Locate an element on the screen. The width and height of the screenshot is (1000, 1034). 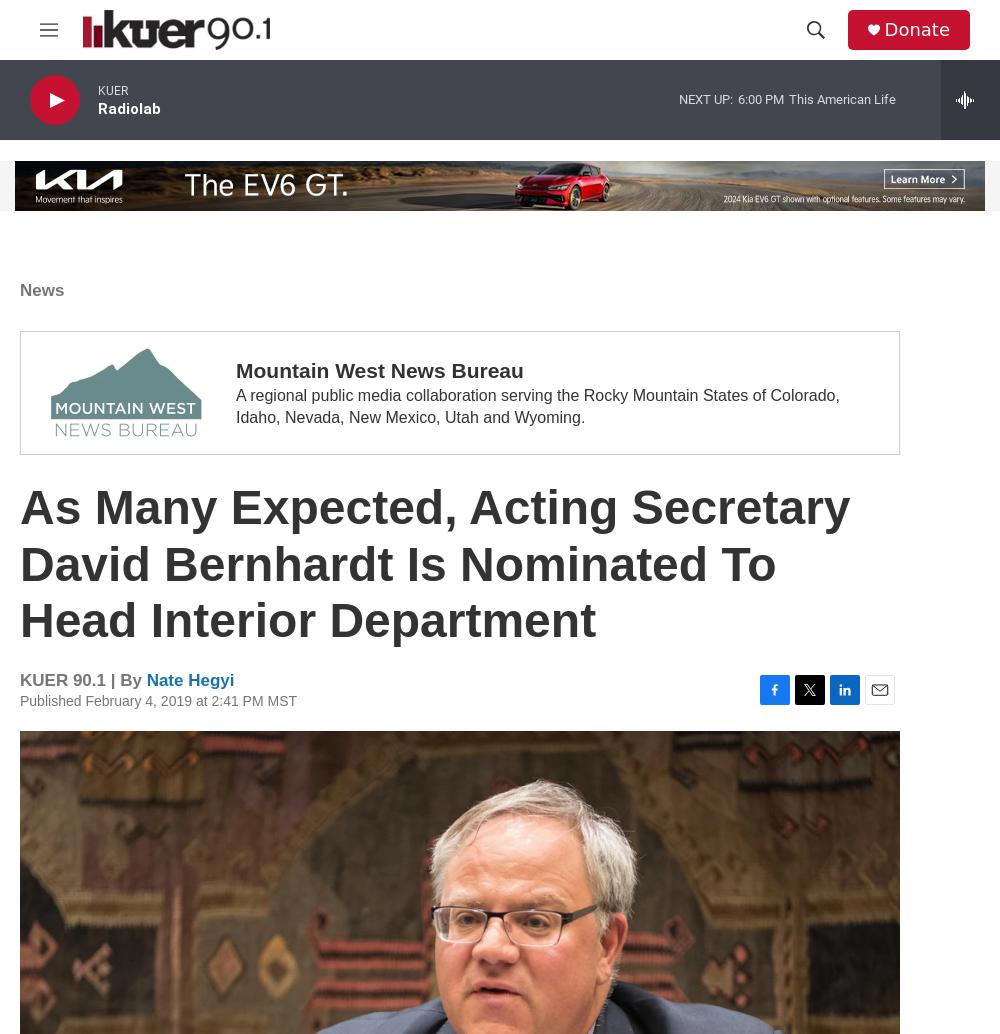
'KUER' is located at coordinates (97, 90).